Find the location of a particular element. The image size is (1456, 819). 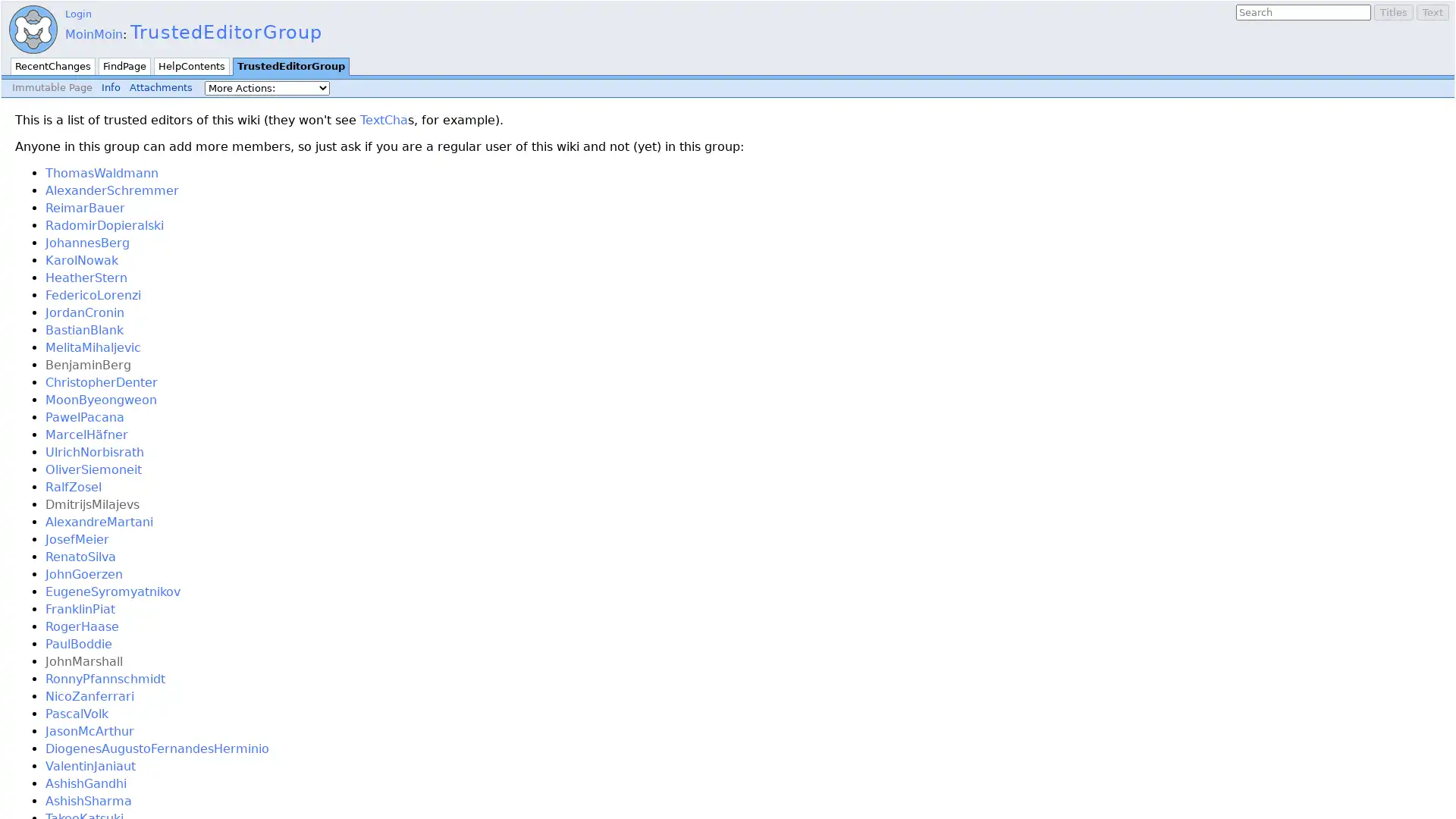

Titles is located at coordinates (1394, 12).